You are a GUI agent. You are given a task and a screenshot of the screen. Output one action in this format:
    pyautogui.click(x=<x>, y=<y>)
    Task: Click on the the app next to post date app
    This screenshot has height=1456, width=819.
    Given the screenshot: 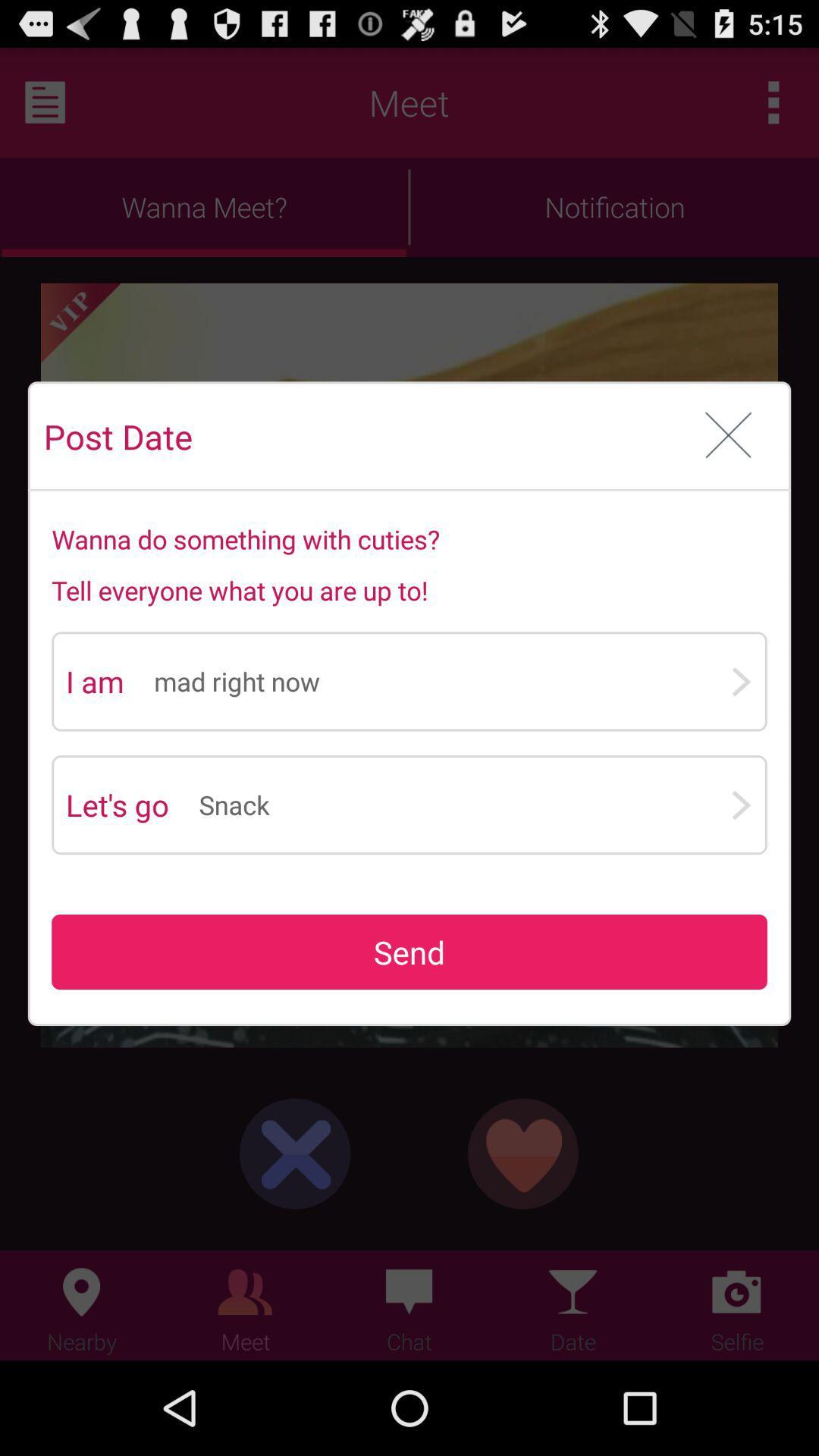 What is the action you would take?
    pyautogui.click(x=728, y=435)
    